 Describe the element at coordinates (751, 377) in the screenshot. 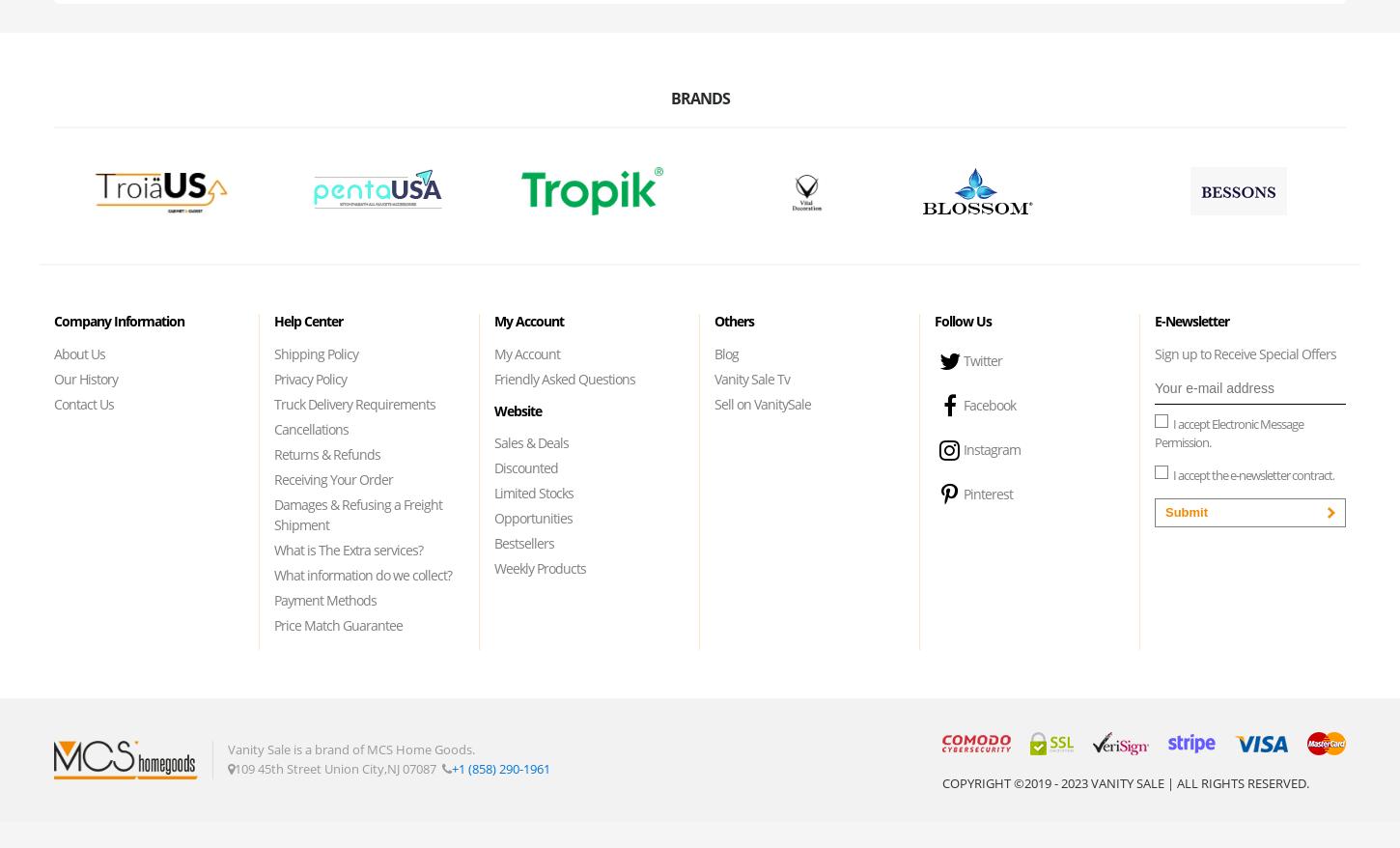

I see `'Vanity Sale Tv'` at that location.